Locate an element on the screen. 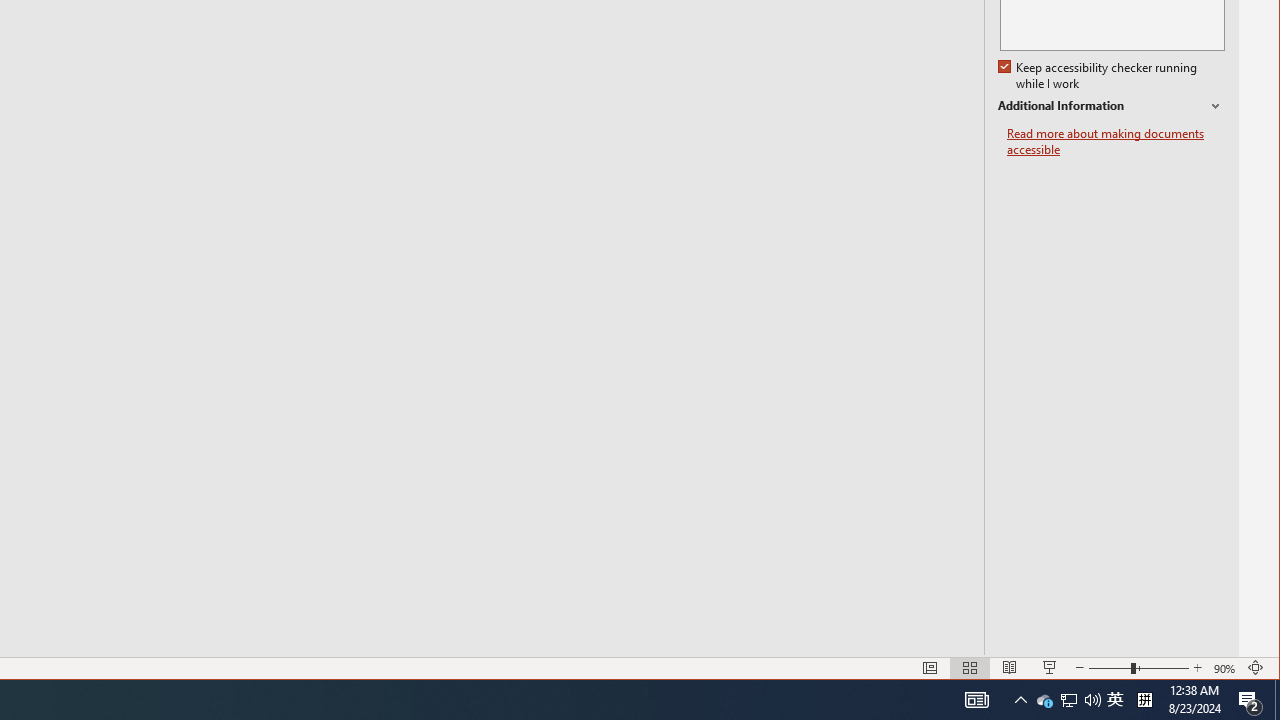 The image size is (1280, 720). 'Additional Information' is located at coordinates (1110, 106).